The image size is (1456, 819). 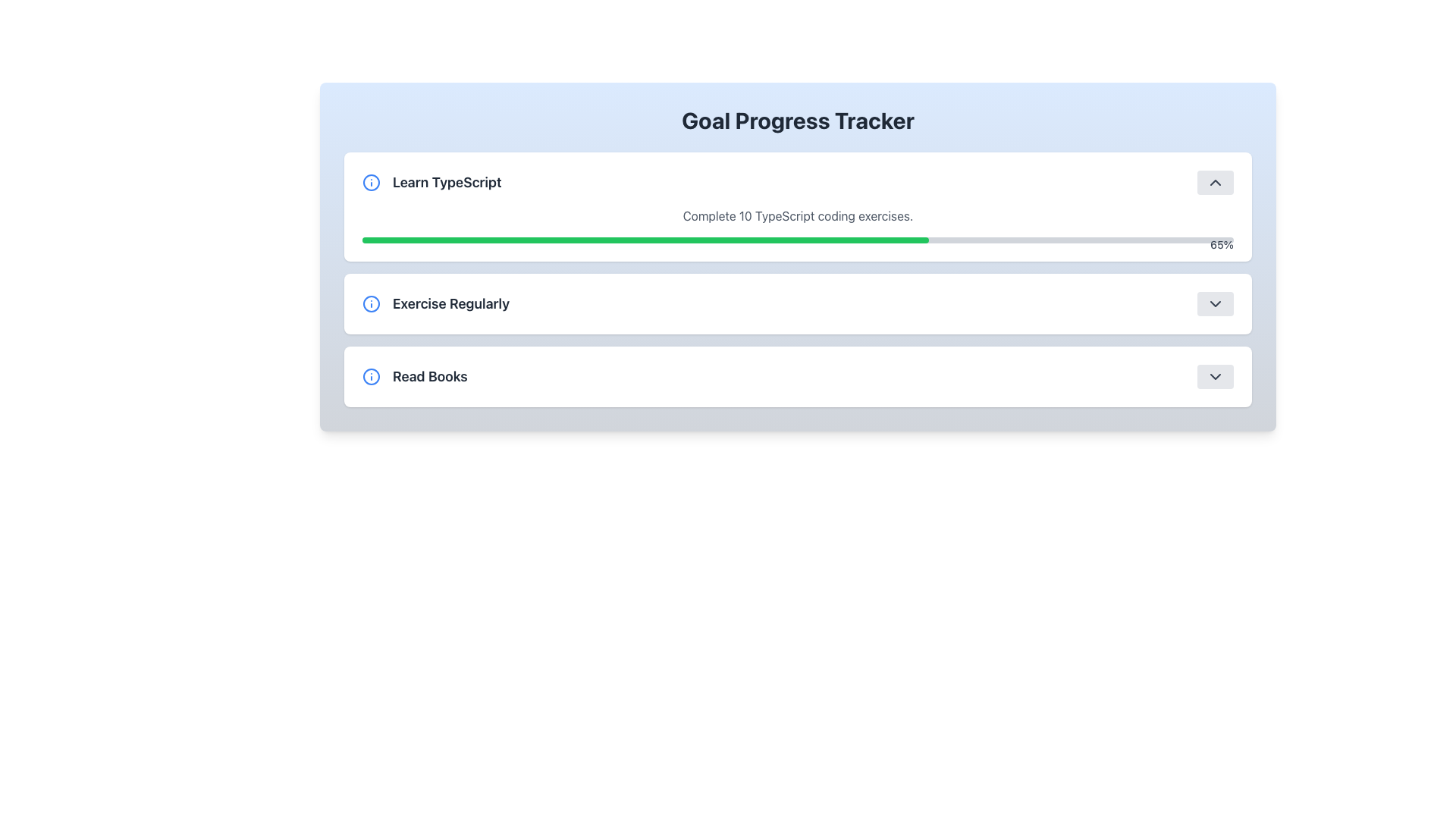 I want to click on the dropdown toggle button styled as a downward pointing chevron located in the top-right corner of the 'Exercise Regularly' section to visualize hover effects, so click(x=1216, y=304).